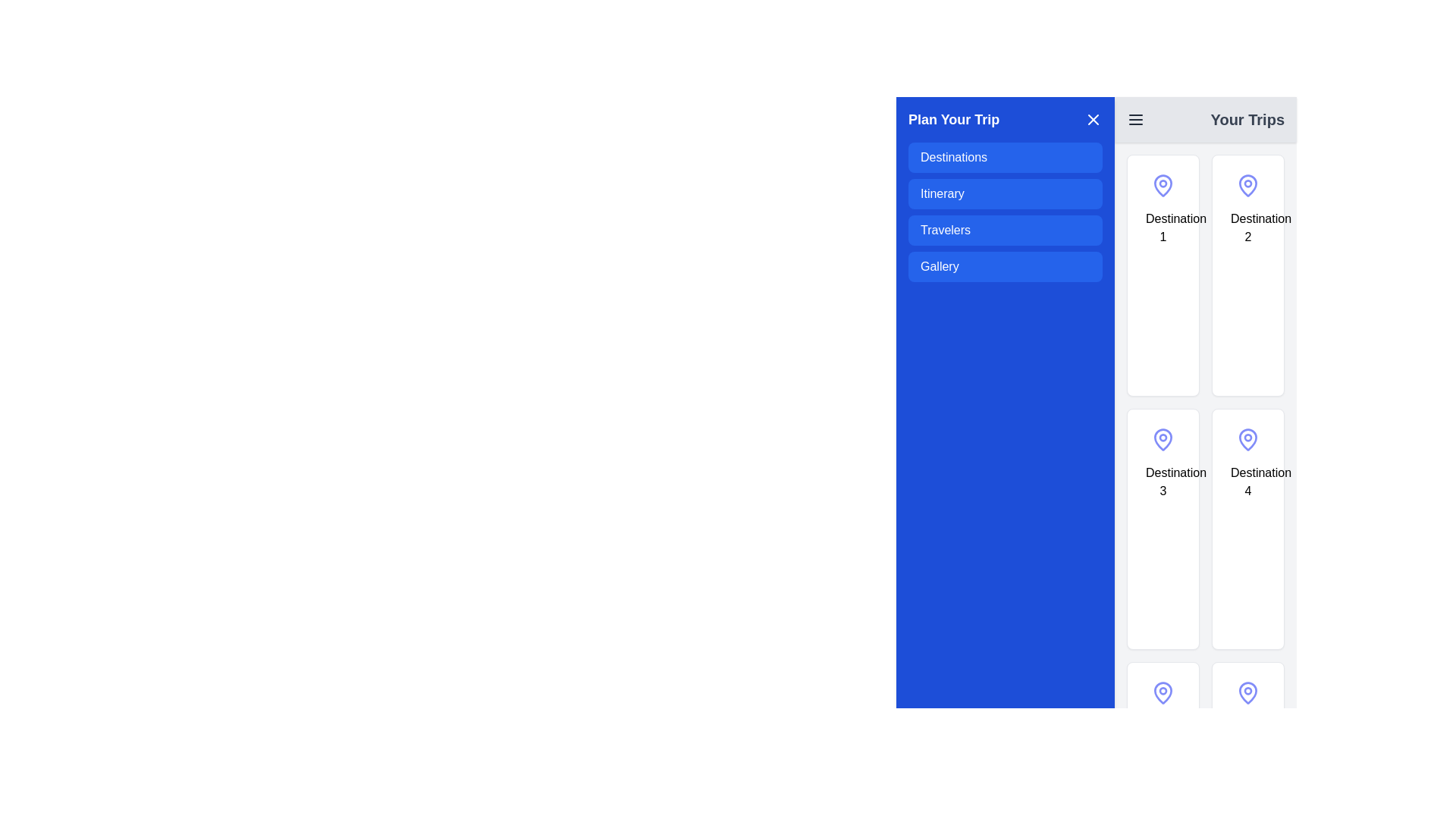 This screenshot has height=819, width=1456. I want to click on the 'Destinations' button, which is a blue rectangular button with rounded corners located in the top-left of the sidebar, so click(1005, 158).